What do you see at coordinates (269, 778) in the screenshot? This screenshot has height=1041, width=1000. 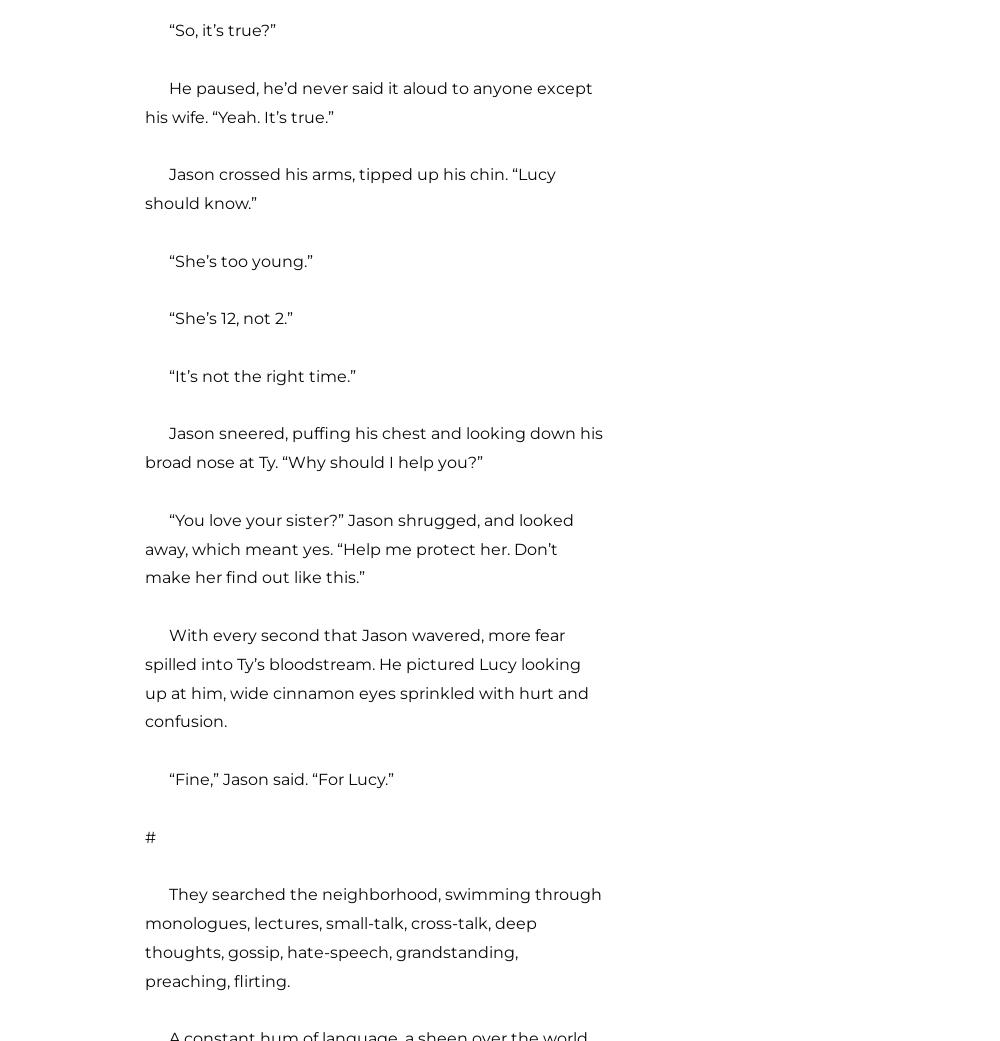 I see `'“Fine,” Jason said. “For Lucy.”'` at bounding box center [269, 778].